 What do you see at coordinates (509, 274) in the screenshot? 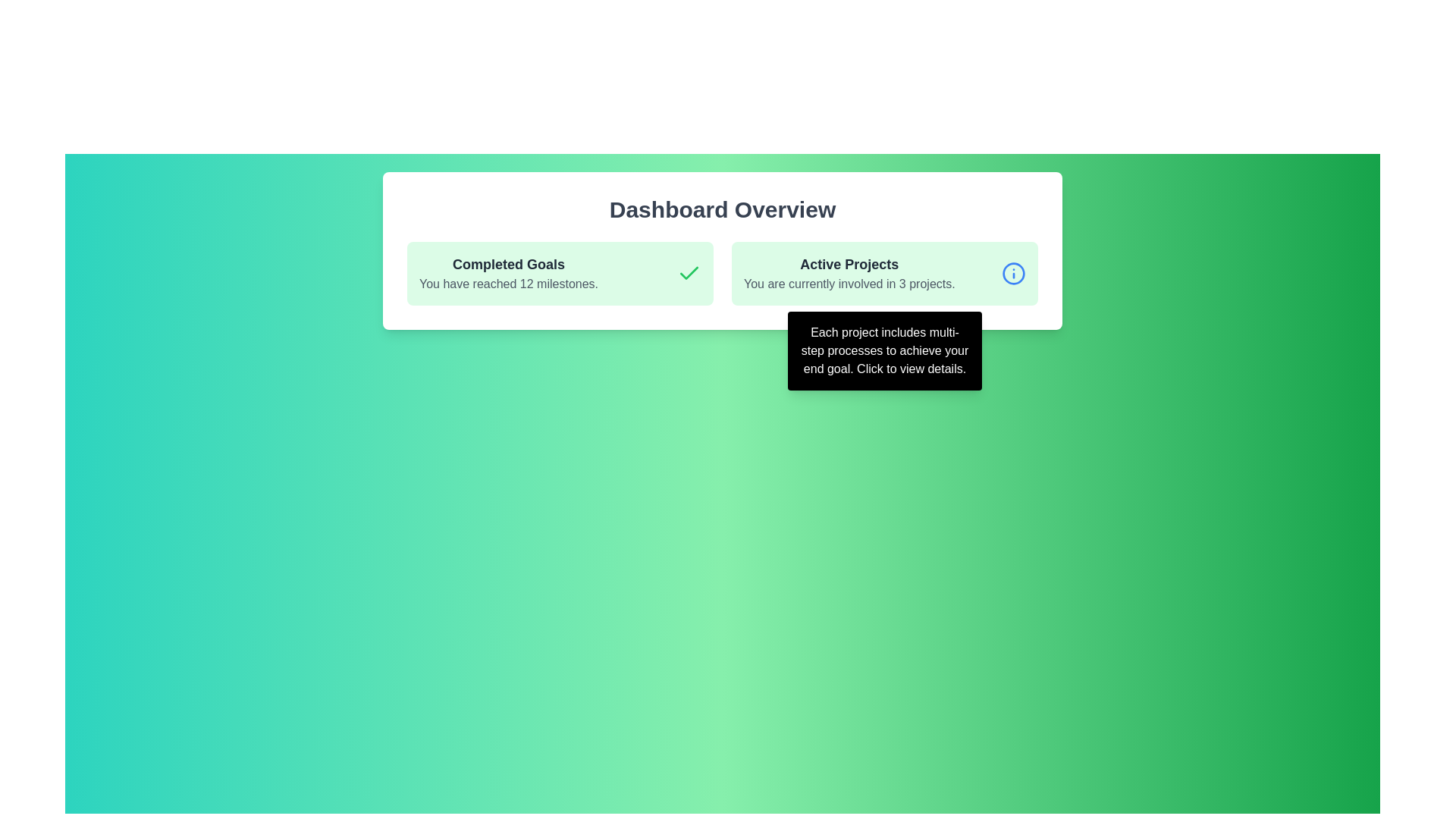
I see `the text block labeled 'Completed Goals', which features bold text in dark gray on a light green rounded background, indicating completed milestones` at bounding box center [509, 274].